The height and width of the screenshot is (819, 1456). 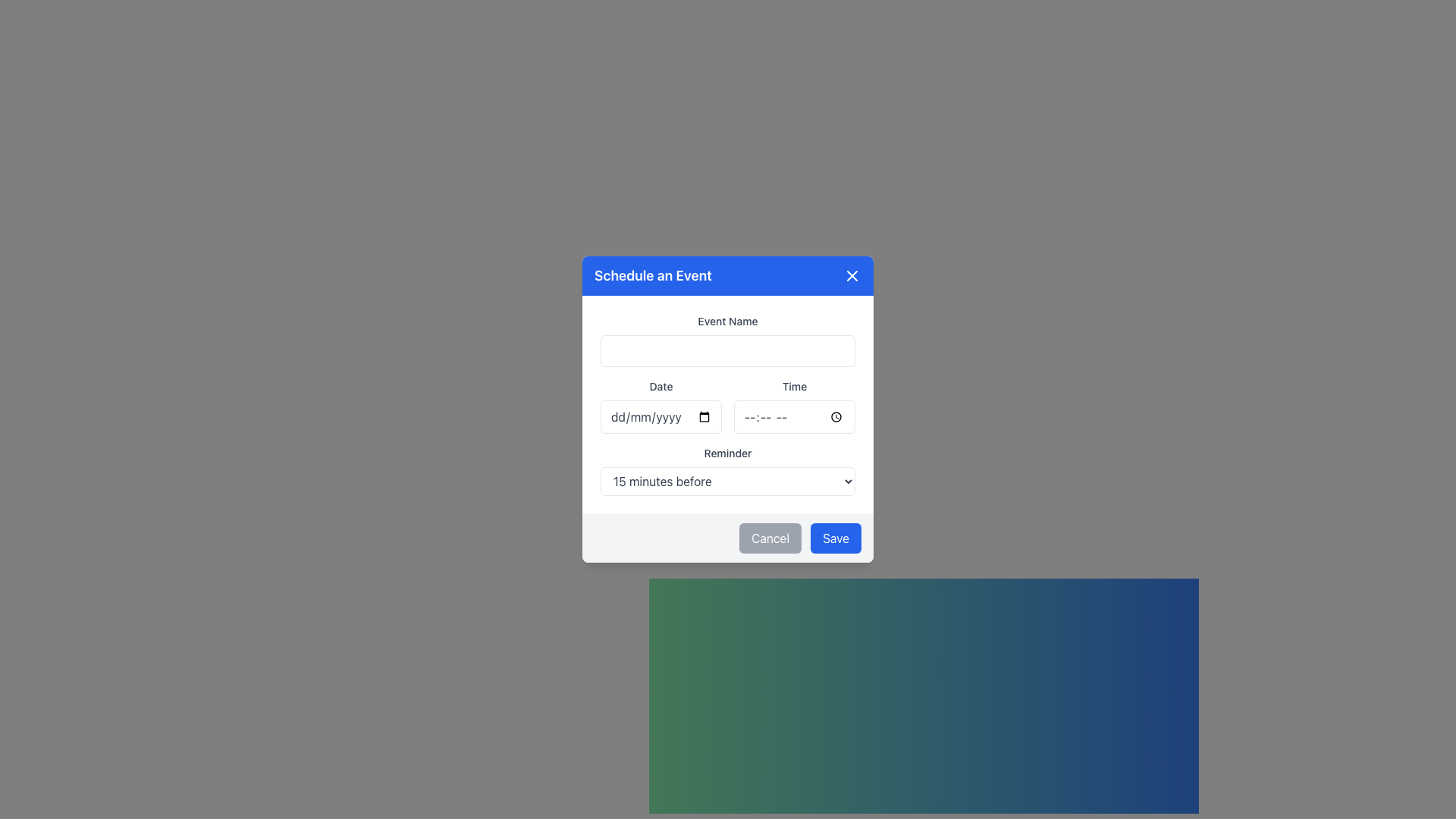 What do you see at coordinates (852, 275) in the screenshot?
I see `the small 'X' icon button with a white color on a blue background located in the top-right corner of the 'Schedule an Event' title bar` at bounding box center [852, 275].